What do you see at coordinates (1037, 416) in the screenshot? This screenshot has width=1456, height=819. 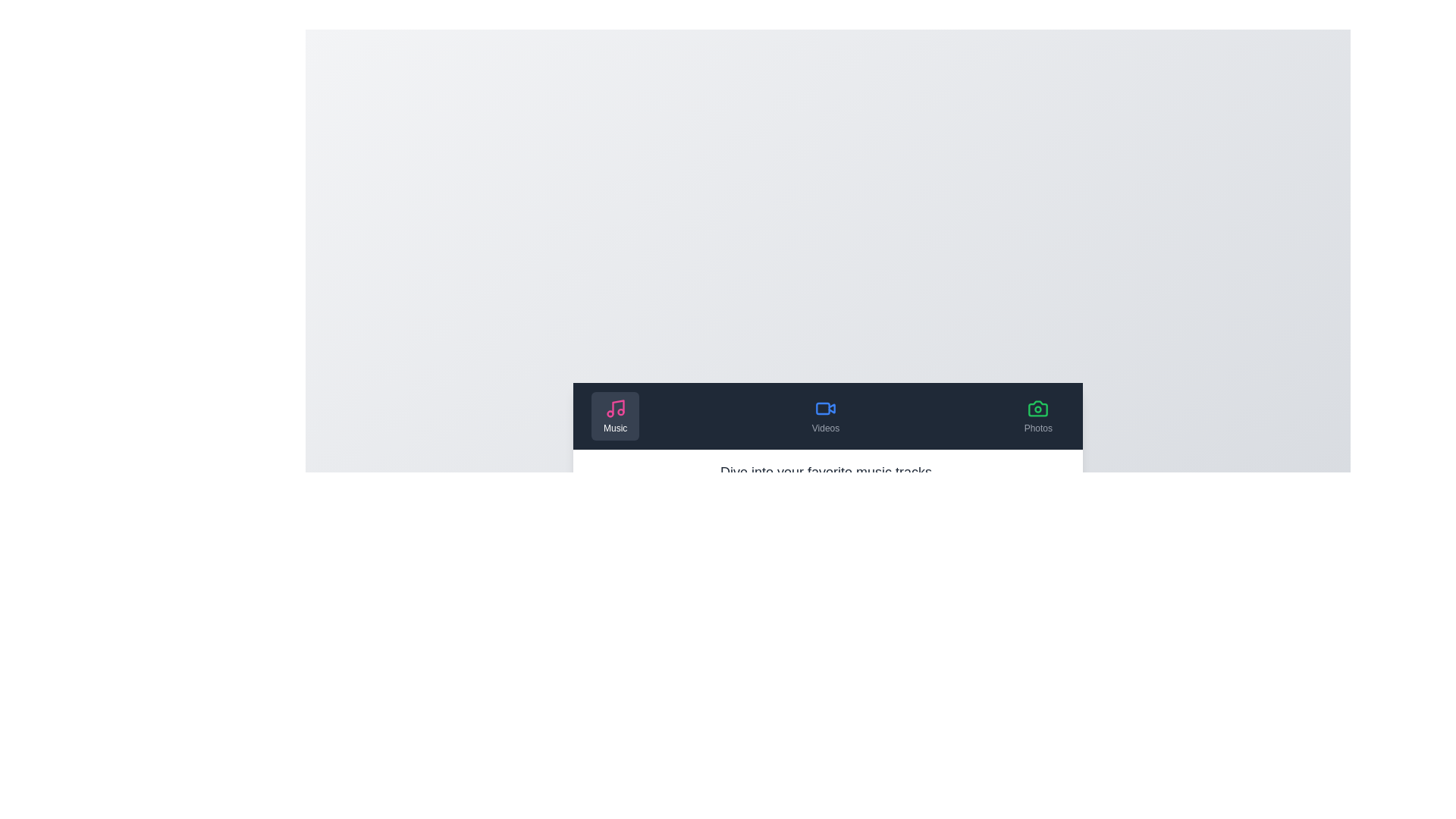 I see `the Photos tab to read its content` at bounding box center [1037, 416].